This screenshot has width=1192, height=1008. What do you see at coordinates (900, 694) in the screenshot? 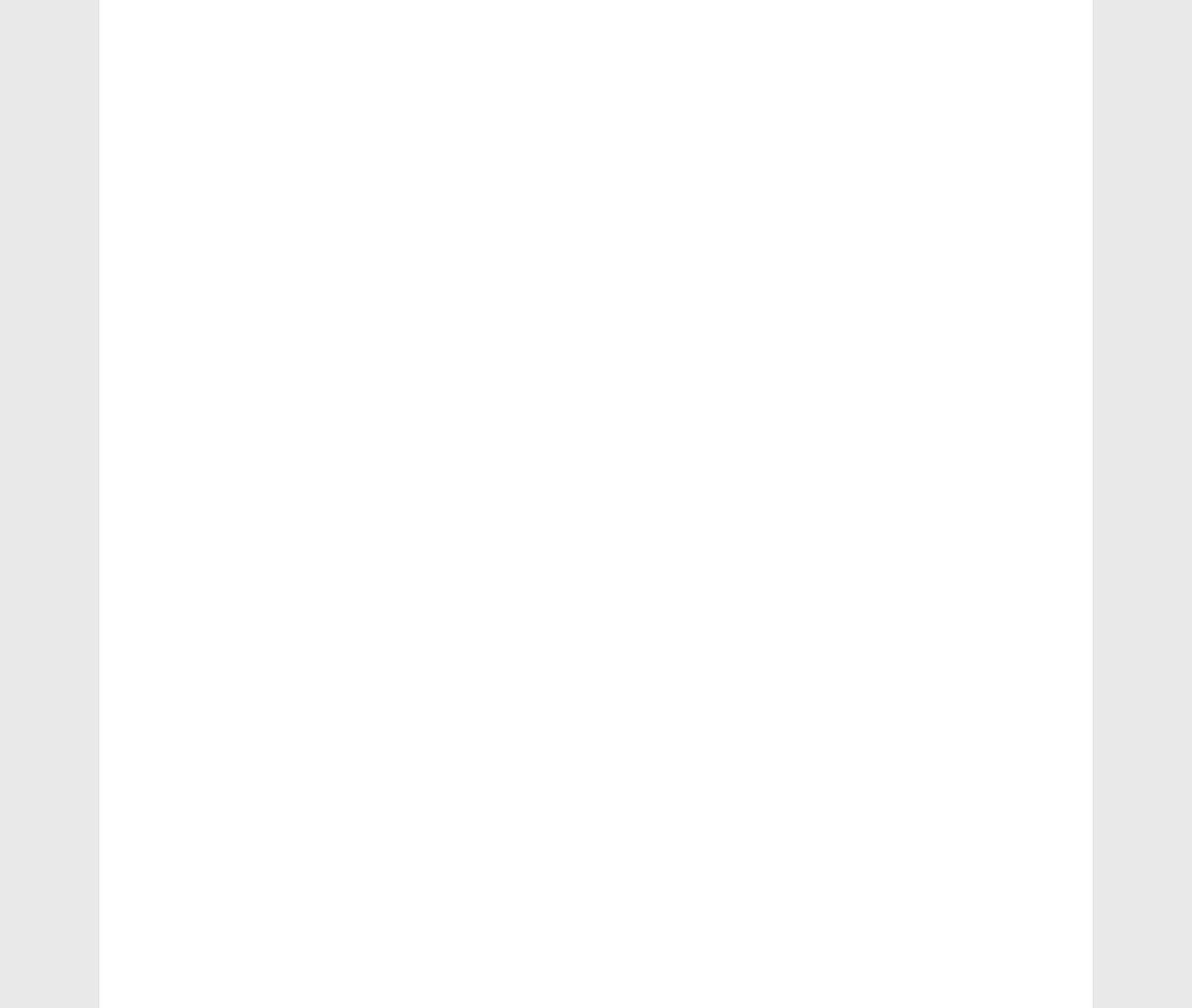
I see `'Linear algebra'` at bounding box center [900, 694].